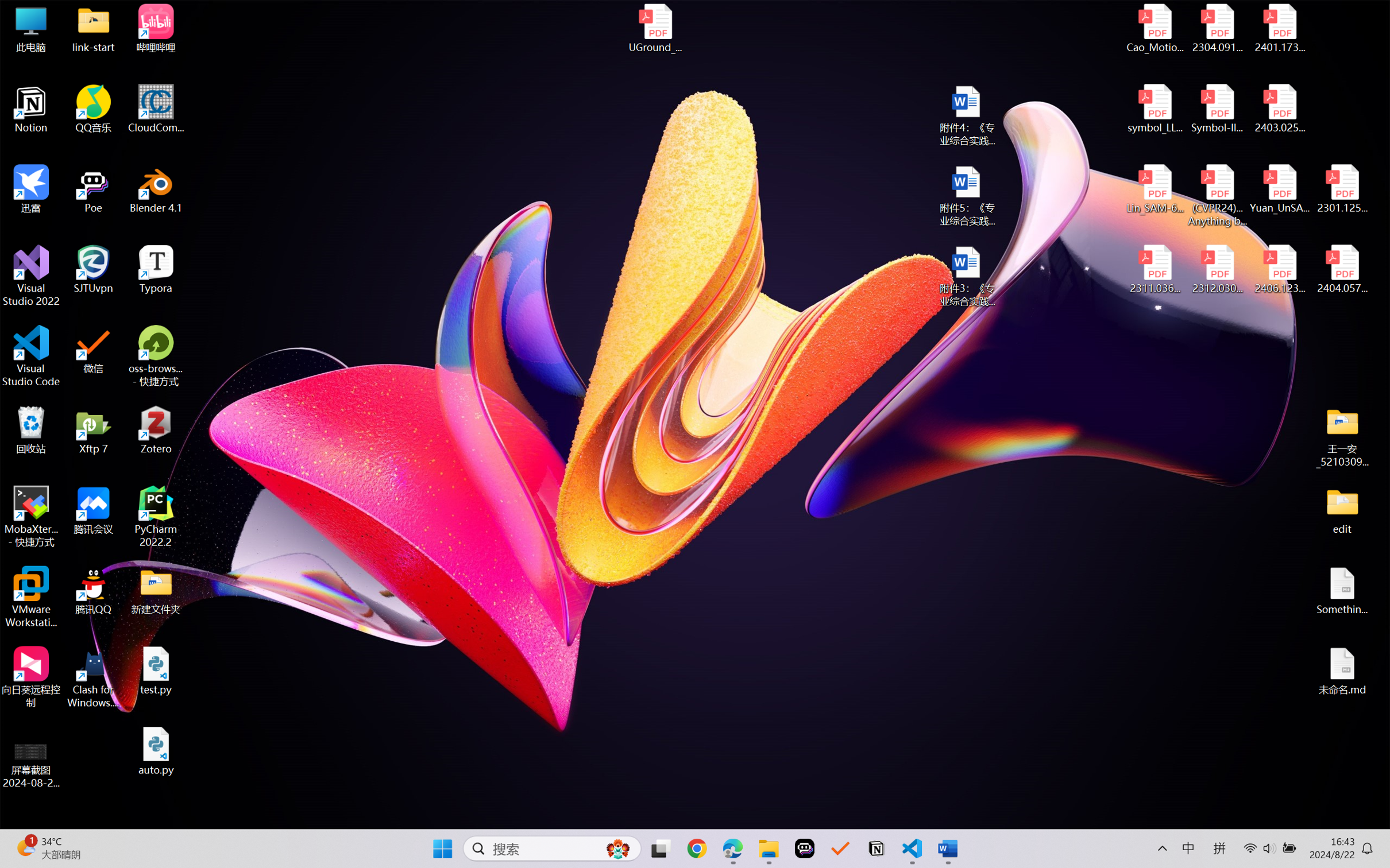 The height and width of the screenshot is (868, 1390). What do you see at coordinates (697, 848) in the screenshot?
I see `'Google Chrome'` at bounding box center [697, 848].